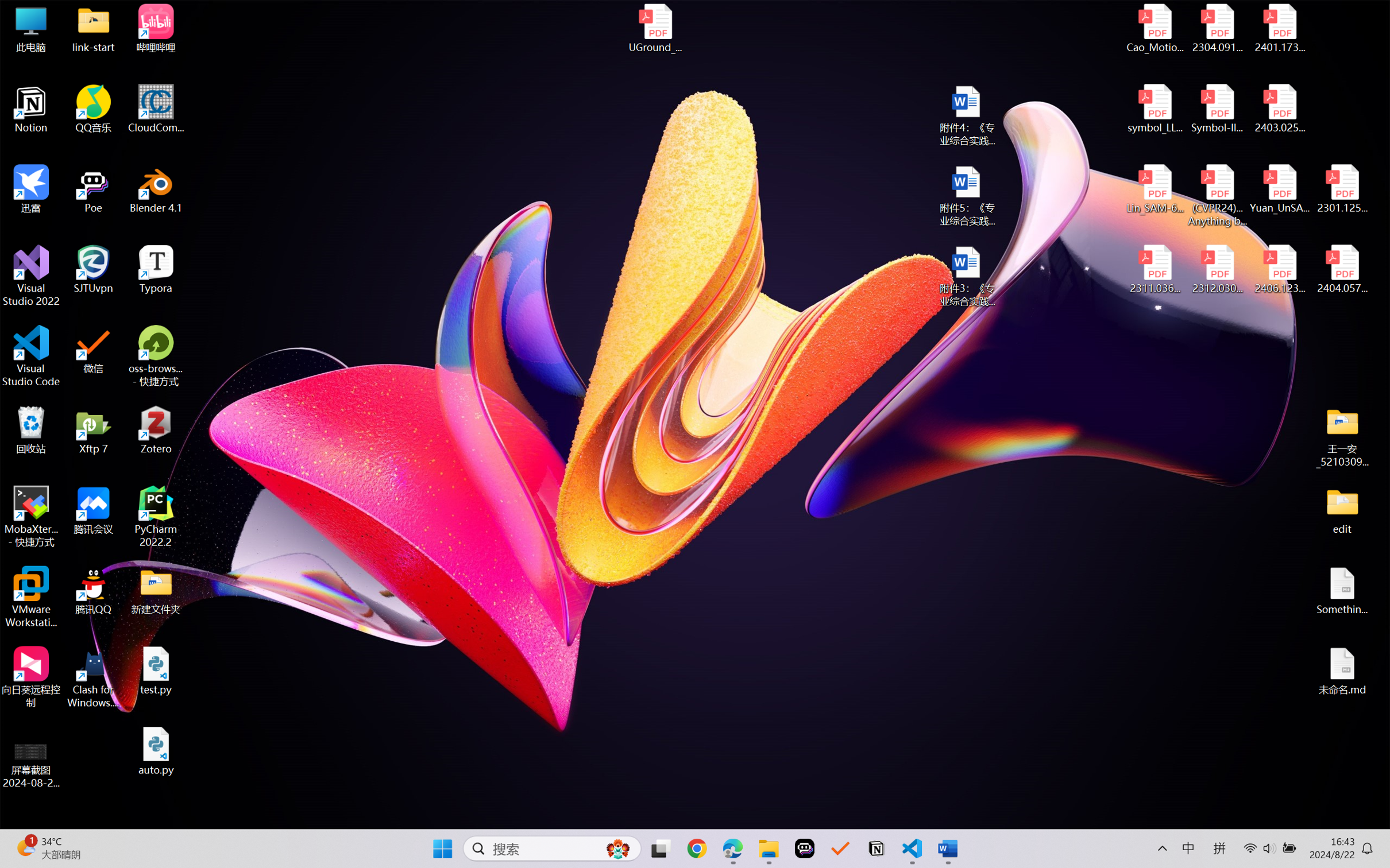 The height and width of the screenshot is (868, 1390). What do you see at coordinates (697, 848) in the screenshot?
I see `'Google Chrome'` at bounding box center [697, 848].